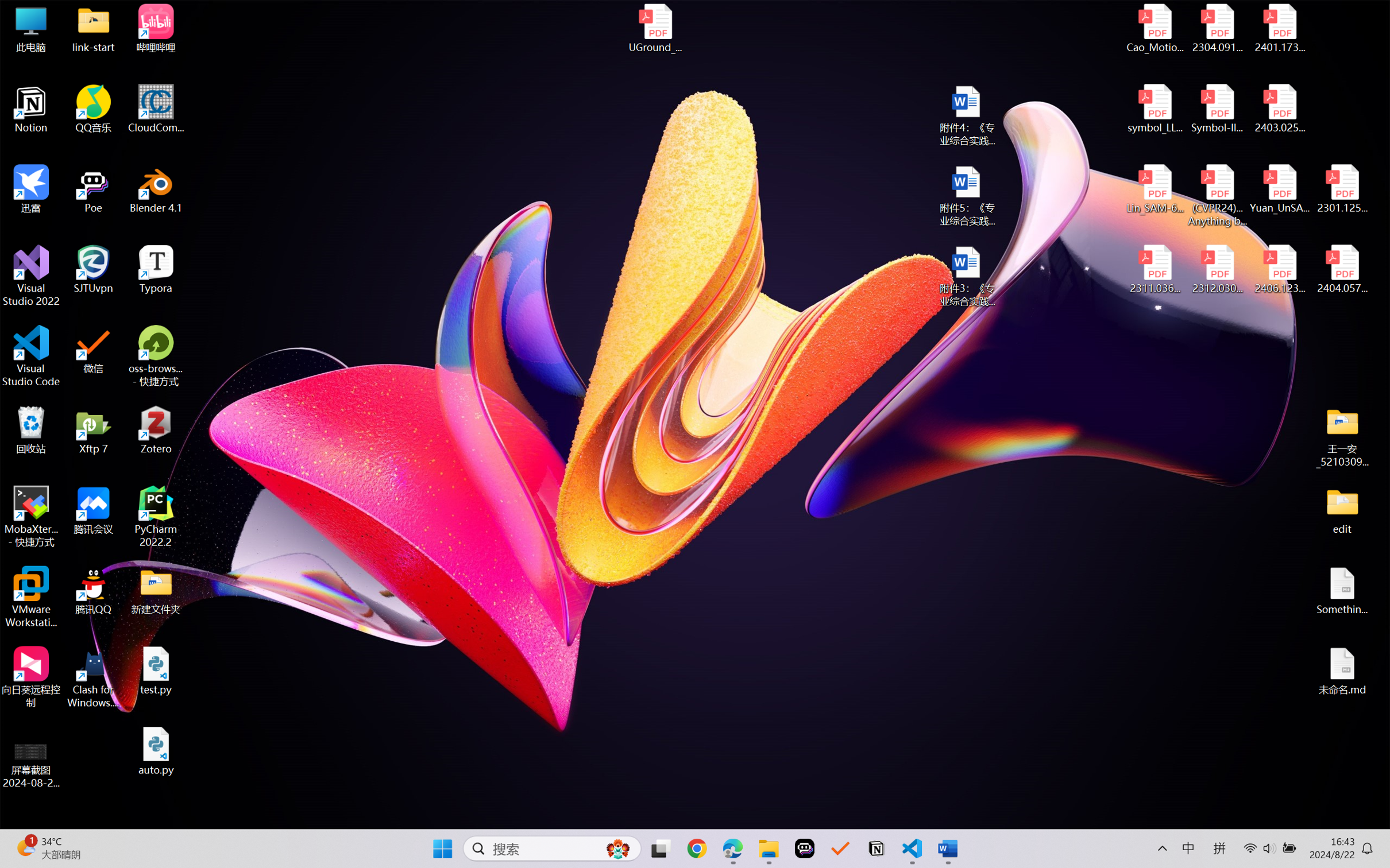 The height and width of the screenshot is (868, 1390). What do you see at coordinates (697, 848) in the screenshot?
I see `'Google Chrome'` at bounding box center [697, 848].